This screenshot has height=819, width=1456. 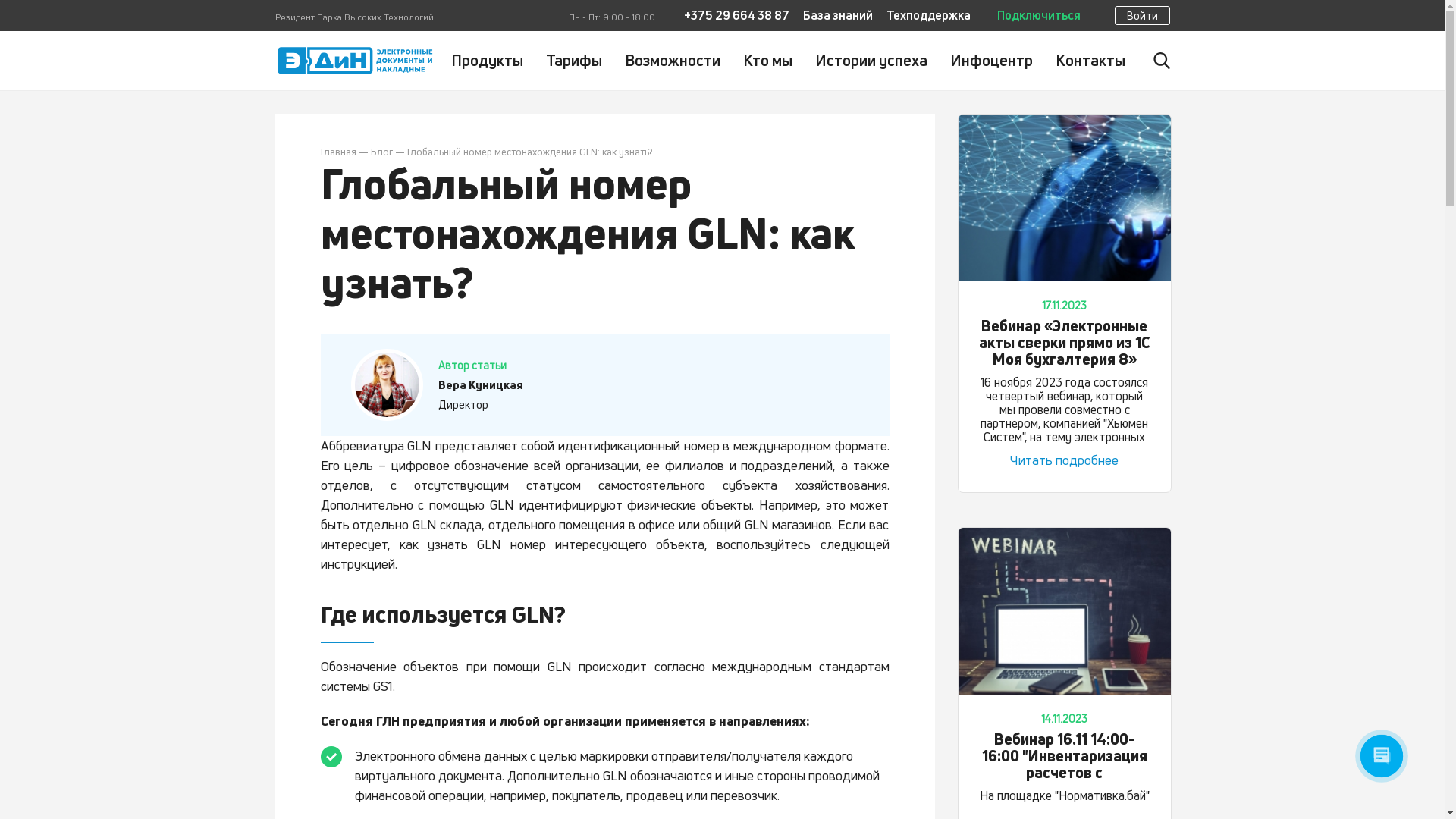 What do you see at coordinates (683, 15) in the screenshot?
I see `'+375 29 664 38 87'` at bounding box center [683, 15].